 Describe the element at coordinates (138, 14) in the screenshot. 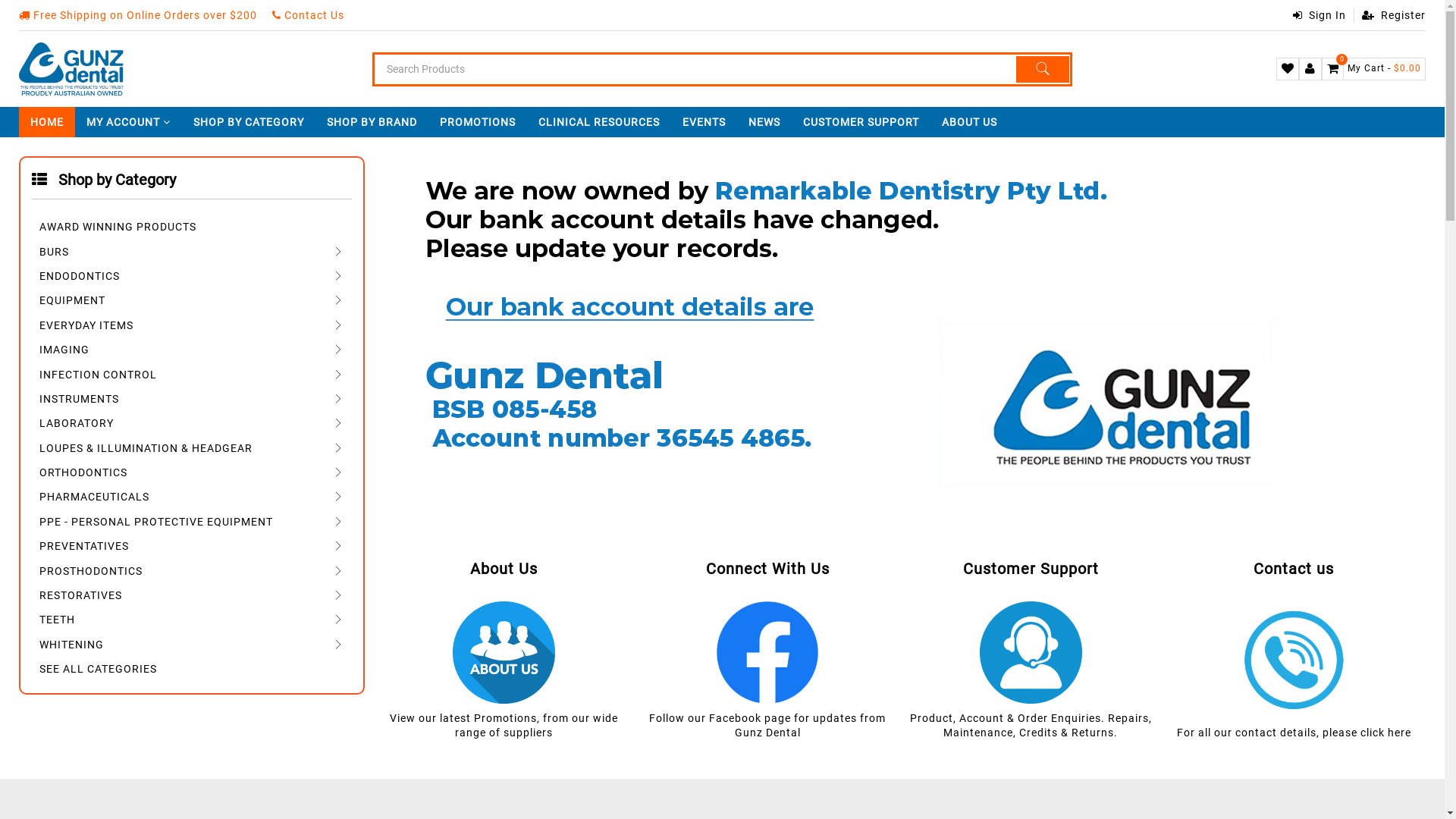

I see `'Free Shipping on Online Orders over $200'` at that location.